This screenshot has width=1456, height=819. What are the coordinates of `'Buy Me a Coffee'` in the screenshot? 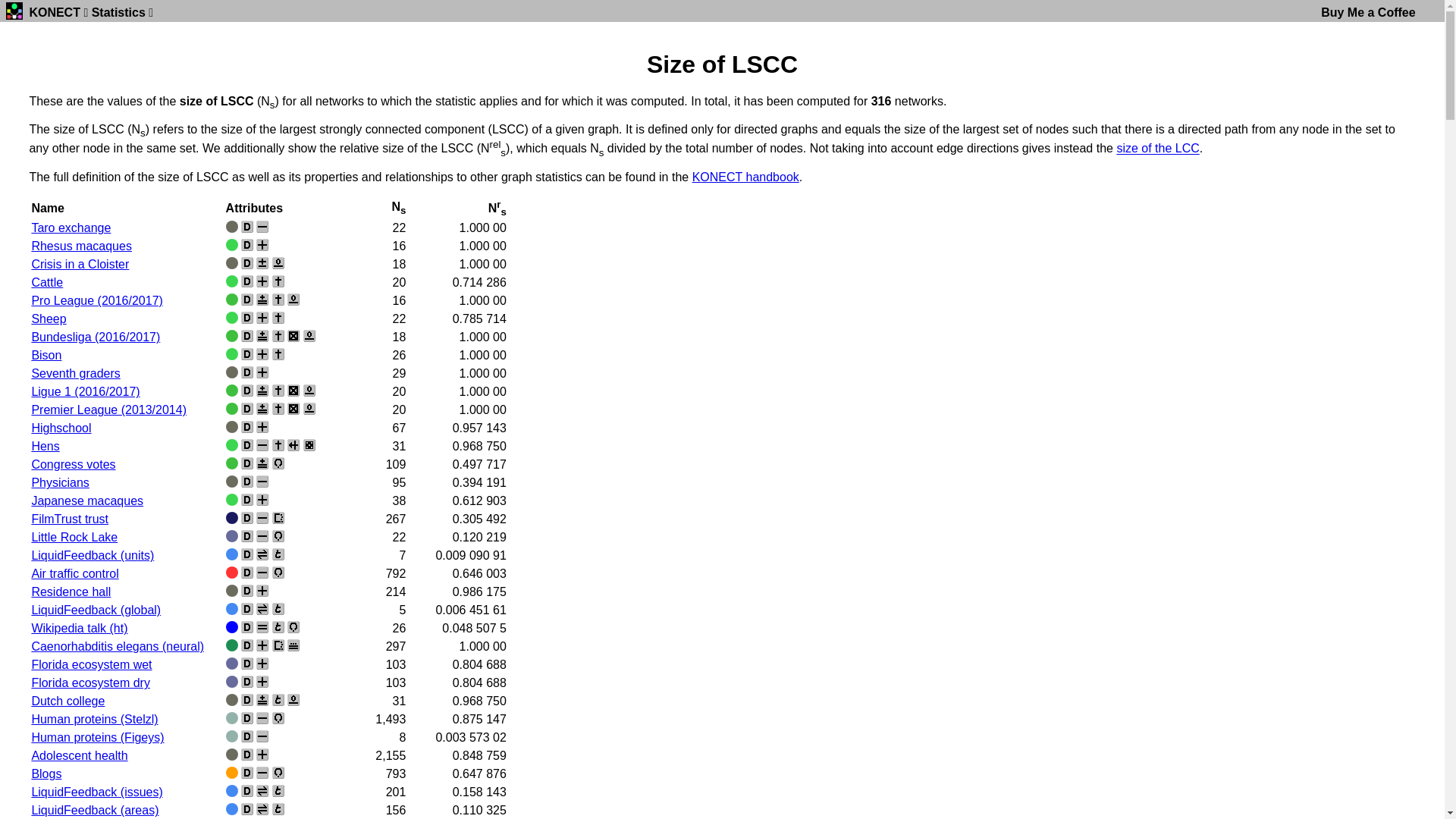 It's located at (1368, 12).